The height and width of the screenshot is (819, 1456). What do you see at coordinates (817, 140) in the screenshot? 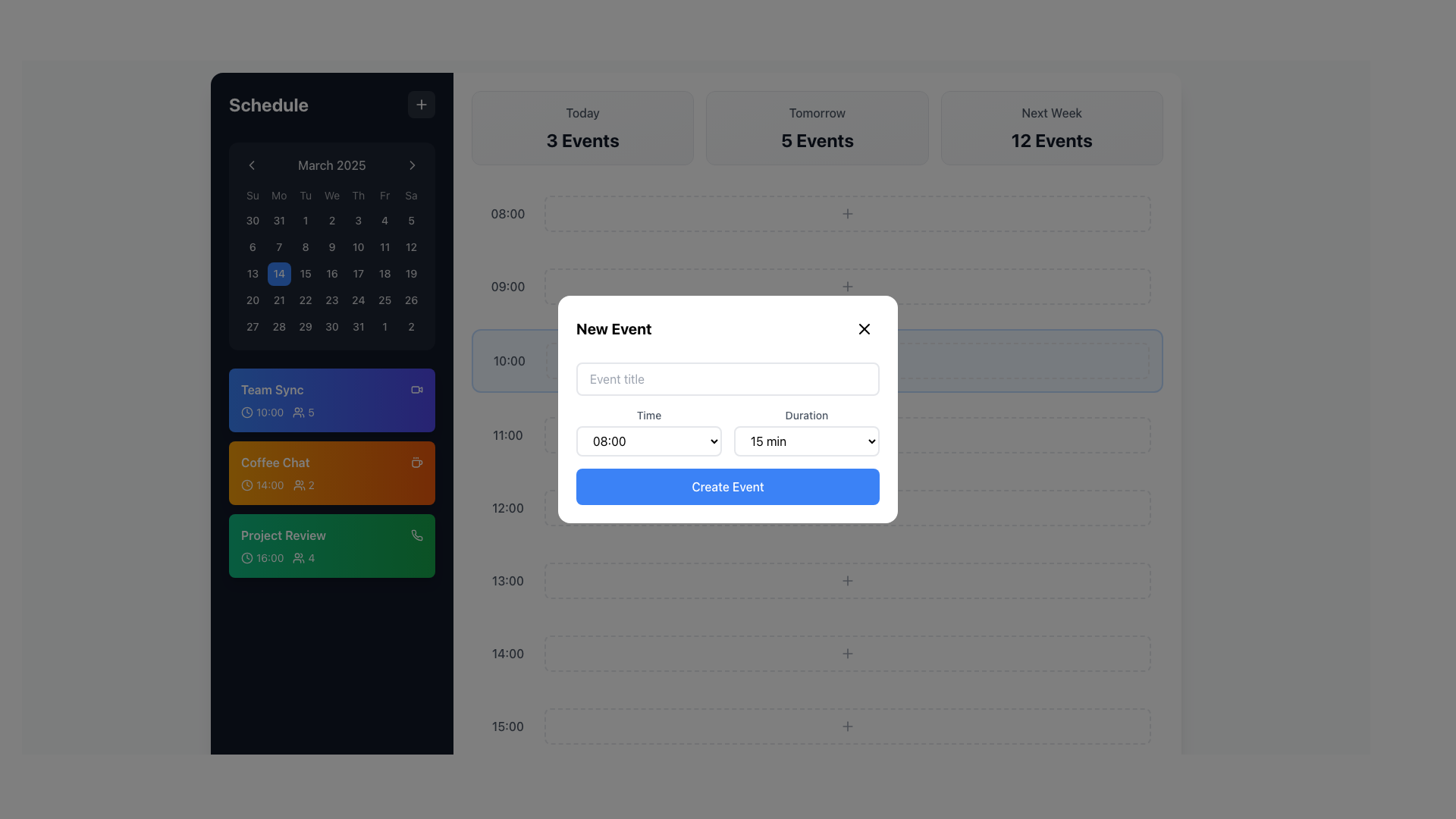
I see `the static text label displaying '5 Events' located in the second card titled 'Tomorrow', which is positioned at the top-center of the layout` at bounding box center [817, 140].